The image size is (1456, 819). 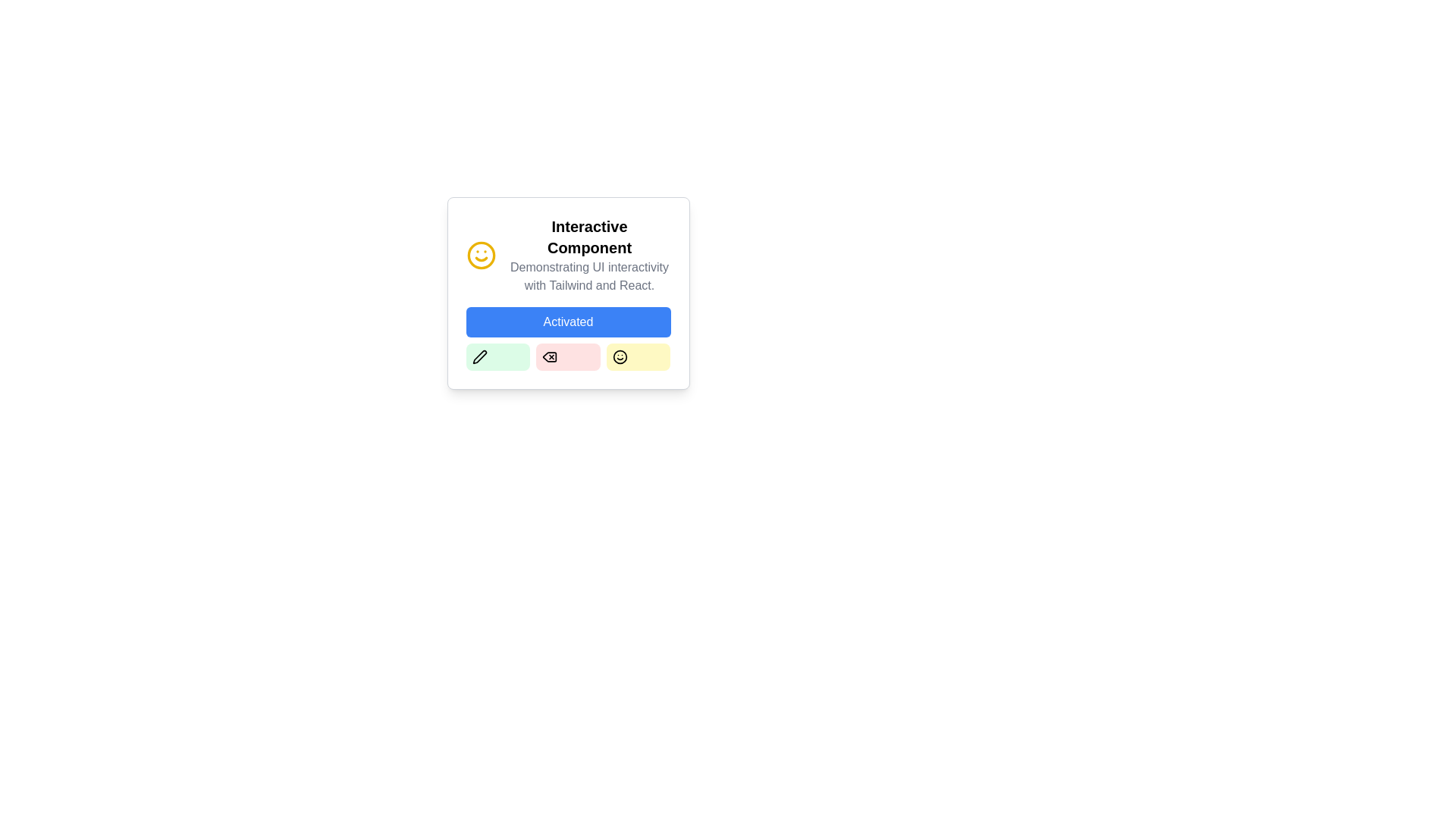 What do you see at coordinates (480, 254) in the screenshot?
I see `the circular yellow graphic that forms the outer boundary of the smiley face icon, which is located in the upper left corner of the card` at bounding box center [480, 254].